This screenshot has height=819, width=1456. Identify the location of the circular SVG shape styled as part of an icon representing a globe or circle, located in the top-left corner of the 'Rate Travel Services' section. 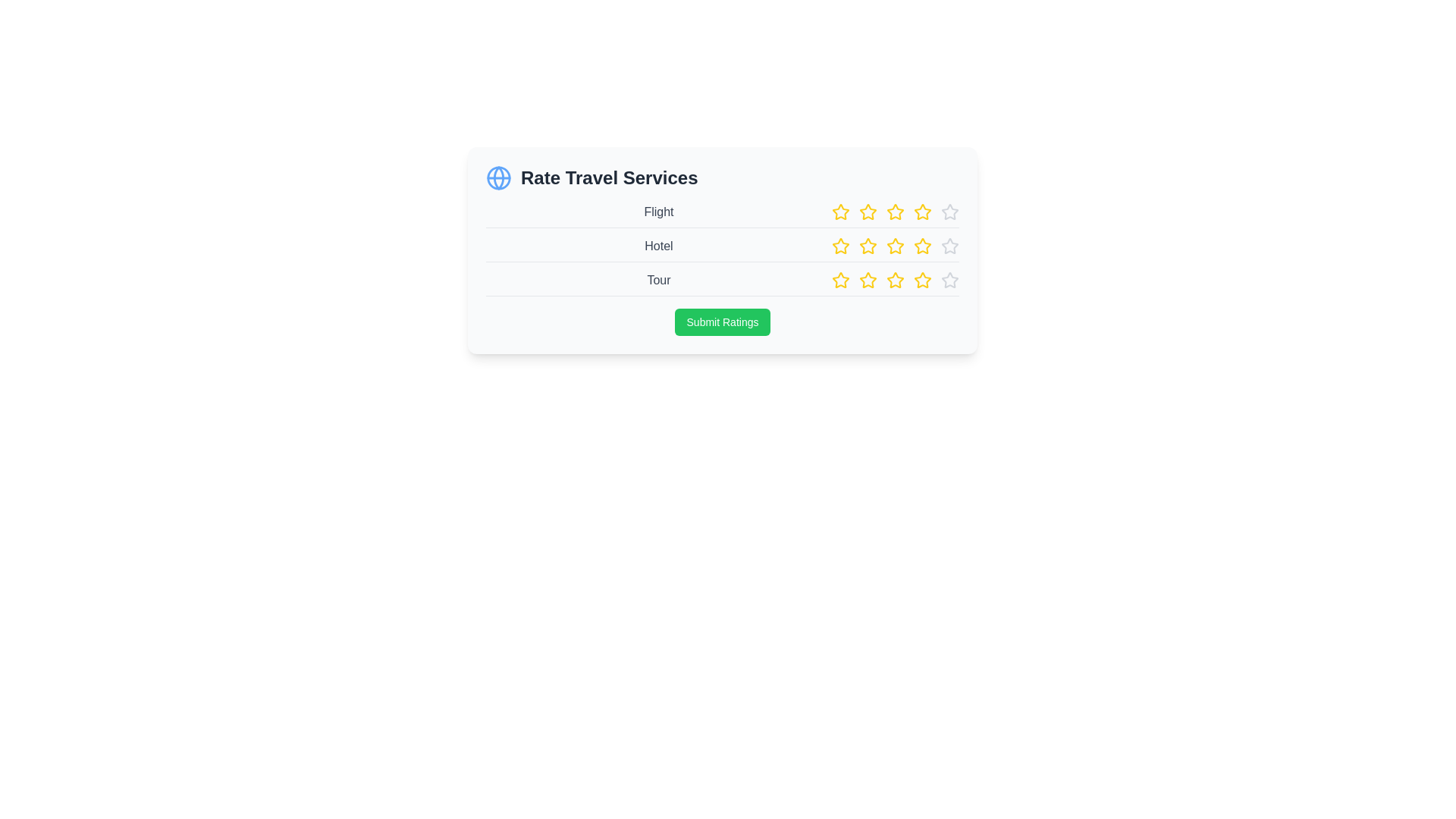
(498, 177).